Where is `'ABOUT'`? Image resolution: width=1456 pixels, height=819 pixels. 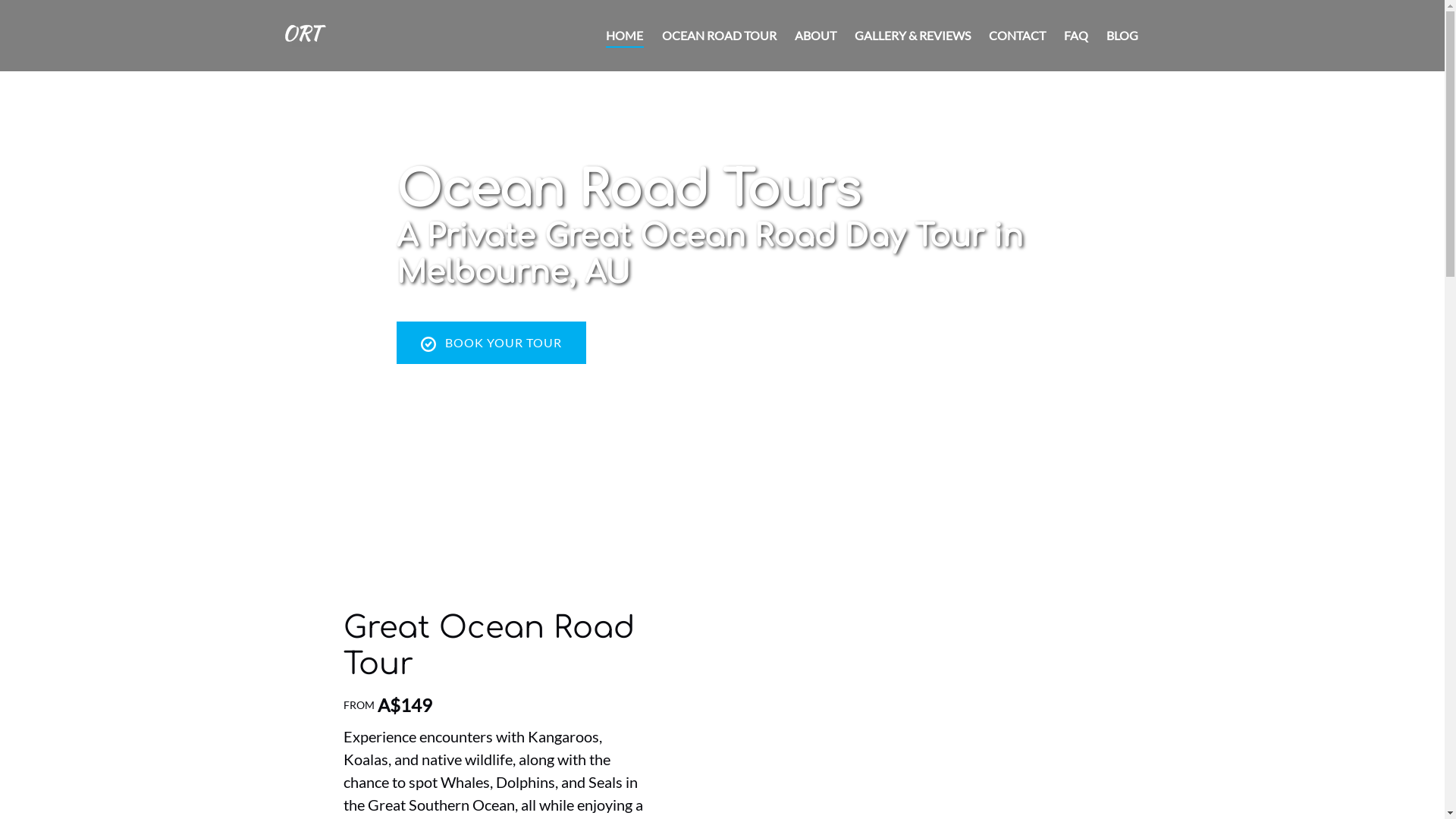 'ABOUT' is located at coordinates (786, 34).